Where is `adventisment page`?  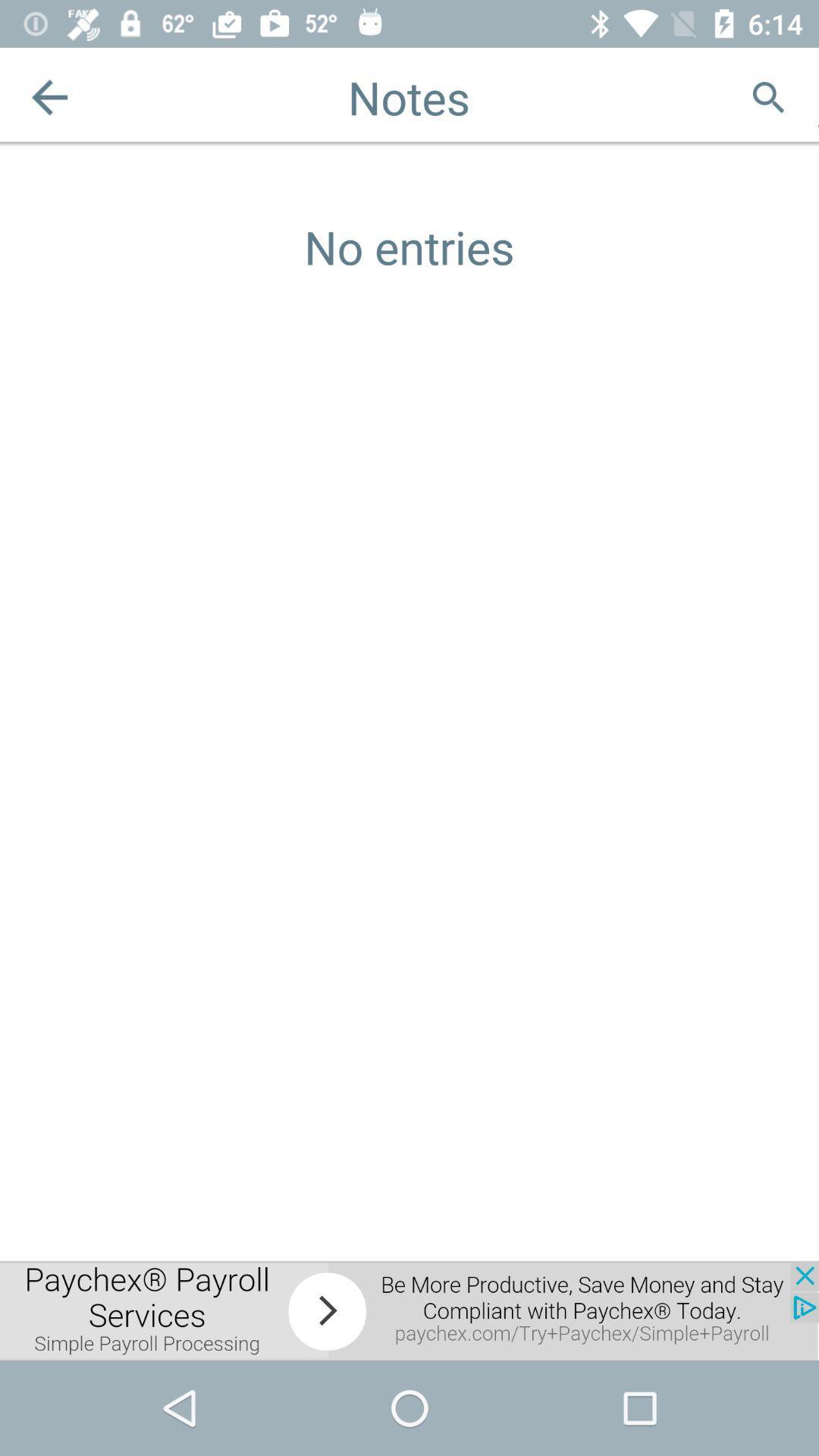 adventisment page is located at coordinates (817, 96).